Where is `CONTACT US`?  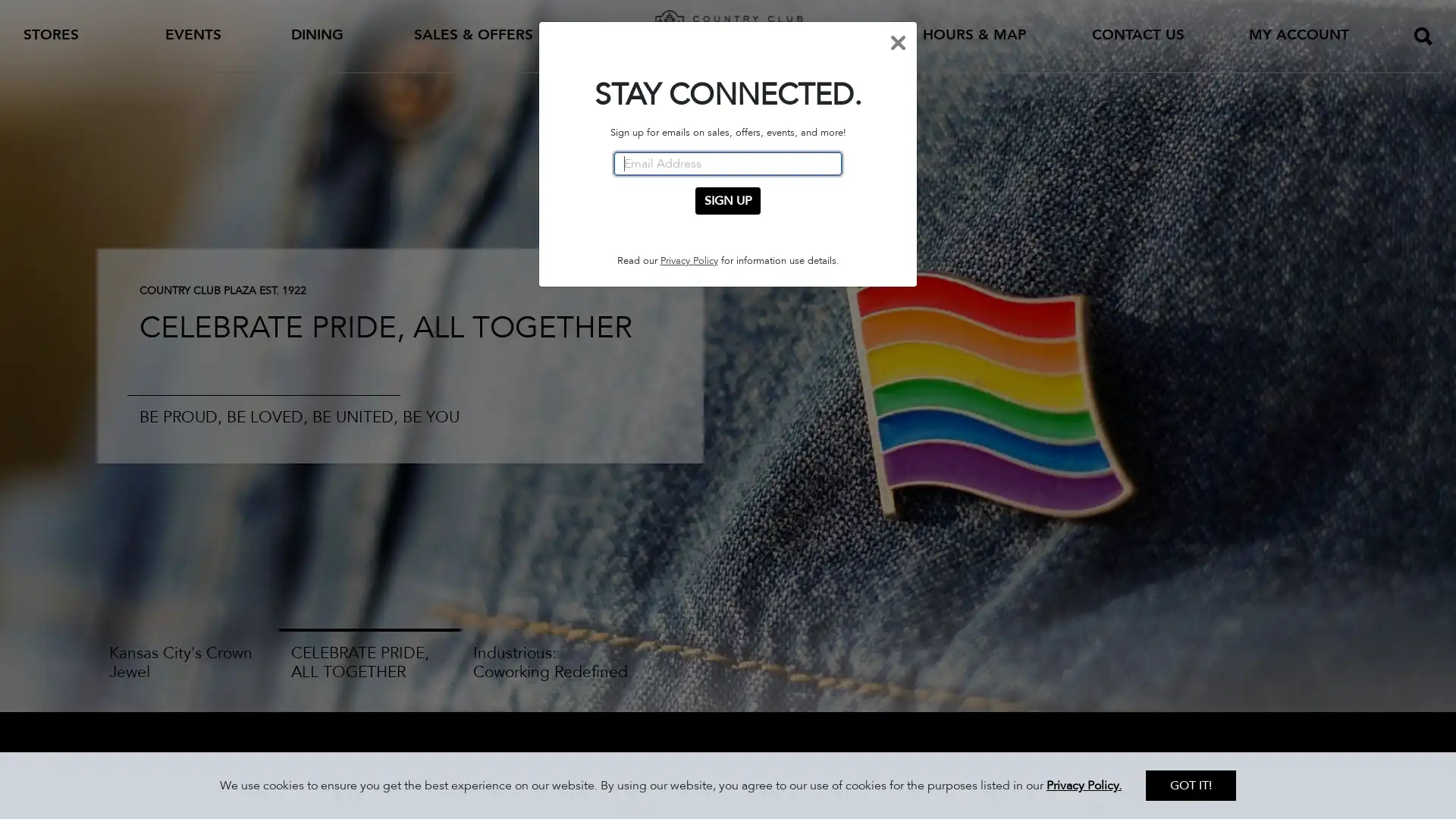
CONTACT US is located at coordinates (1137, 34).